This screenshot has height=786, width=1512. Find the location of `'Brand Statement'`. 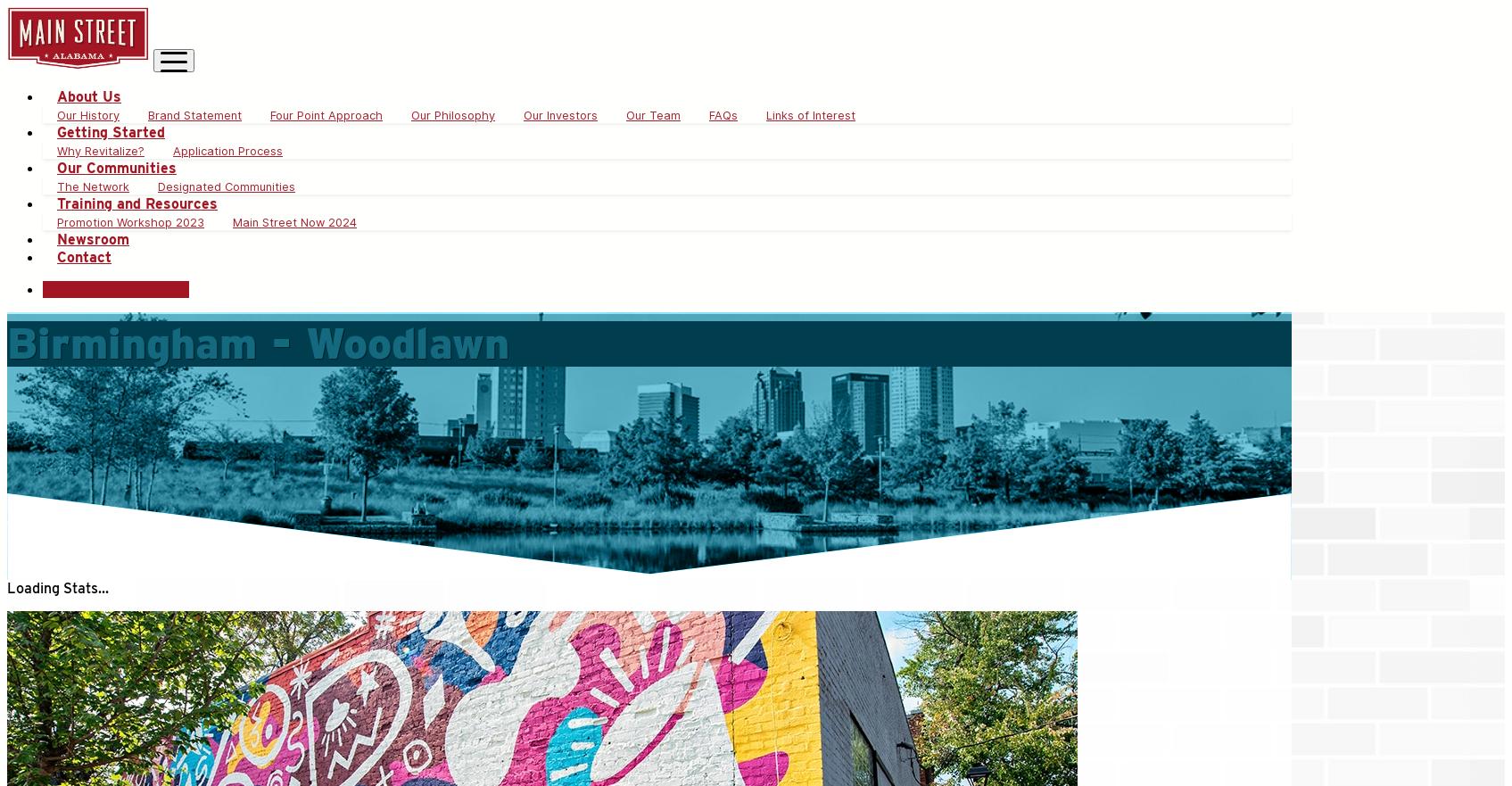

'Brand Statement' is located at coordinates (194, 115).